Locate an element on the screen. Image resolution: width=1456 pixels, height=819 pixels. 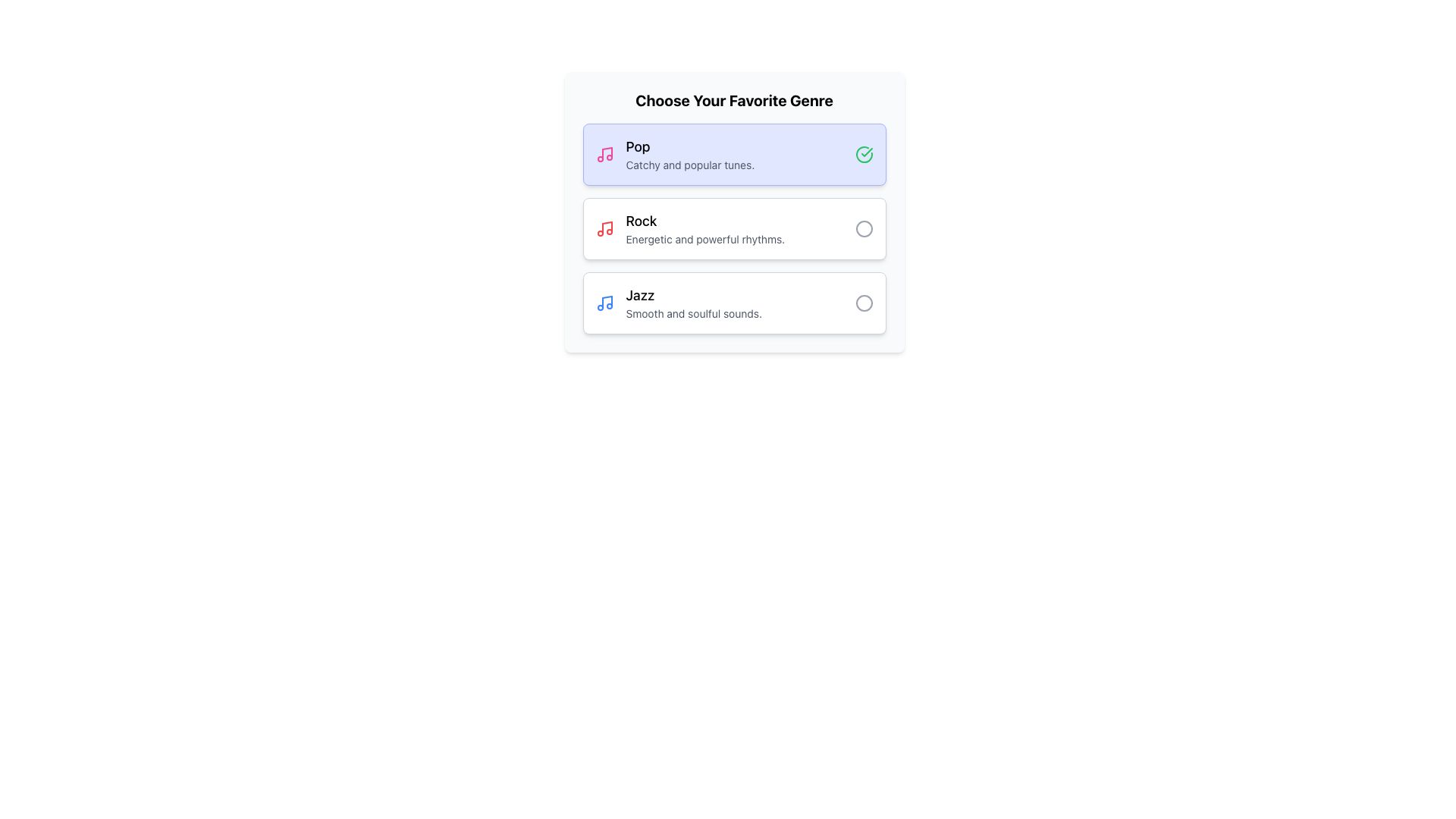
the musical note icon styled in red, which is part of the 'Rock' selection option, located next to the text 'Rock.' is located at coordinates (607, 227).